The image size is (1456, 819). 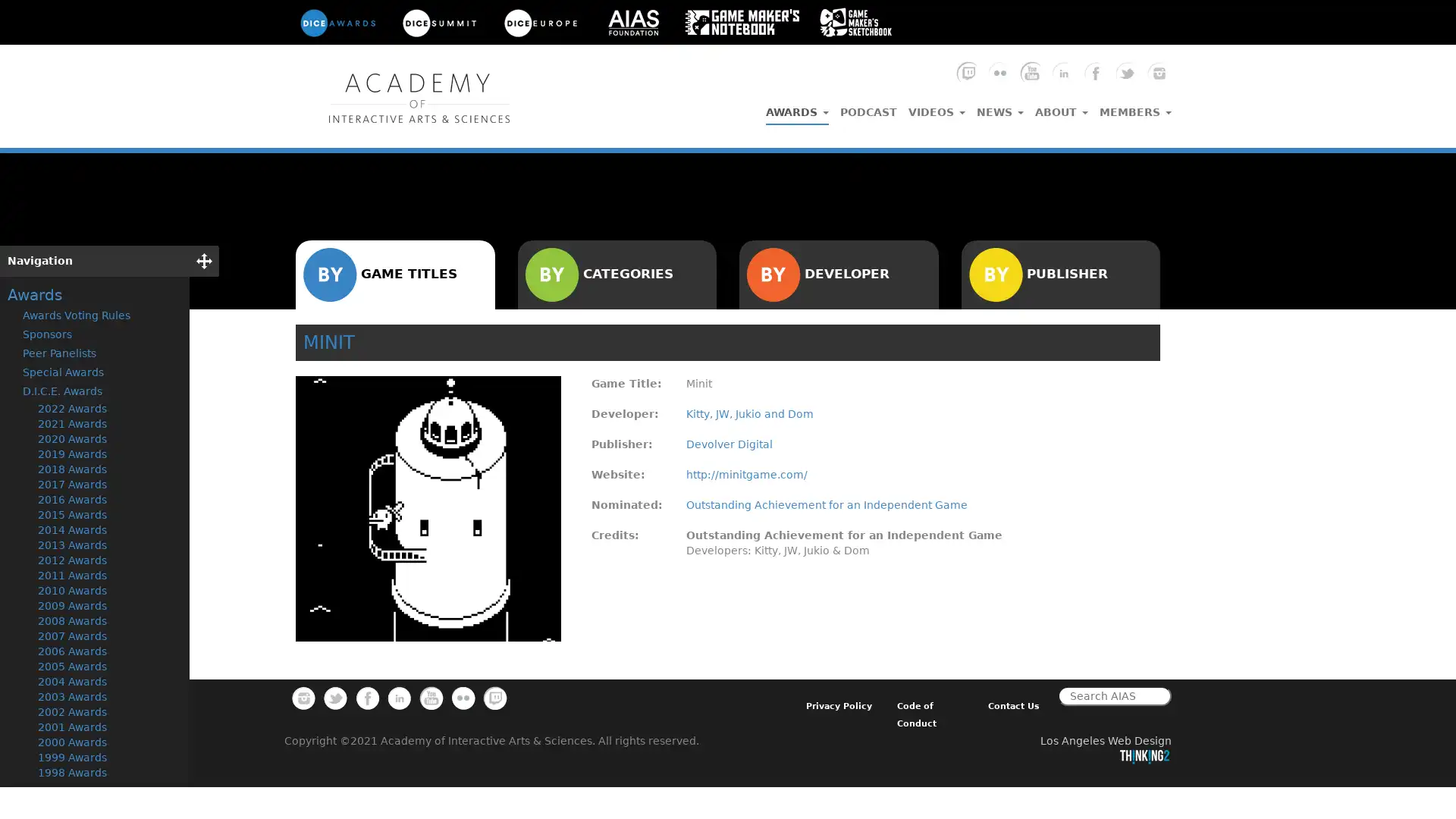 What do you see at coordinates (796, 108) in the screenshot?
I see `AWARDS` at bounding box center [796, 108].